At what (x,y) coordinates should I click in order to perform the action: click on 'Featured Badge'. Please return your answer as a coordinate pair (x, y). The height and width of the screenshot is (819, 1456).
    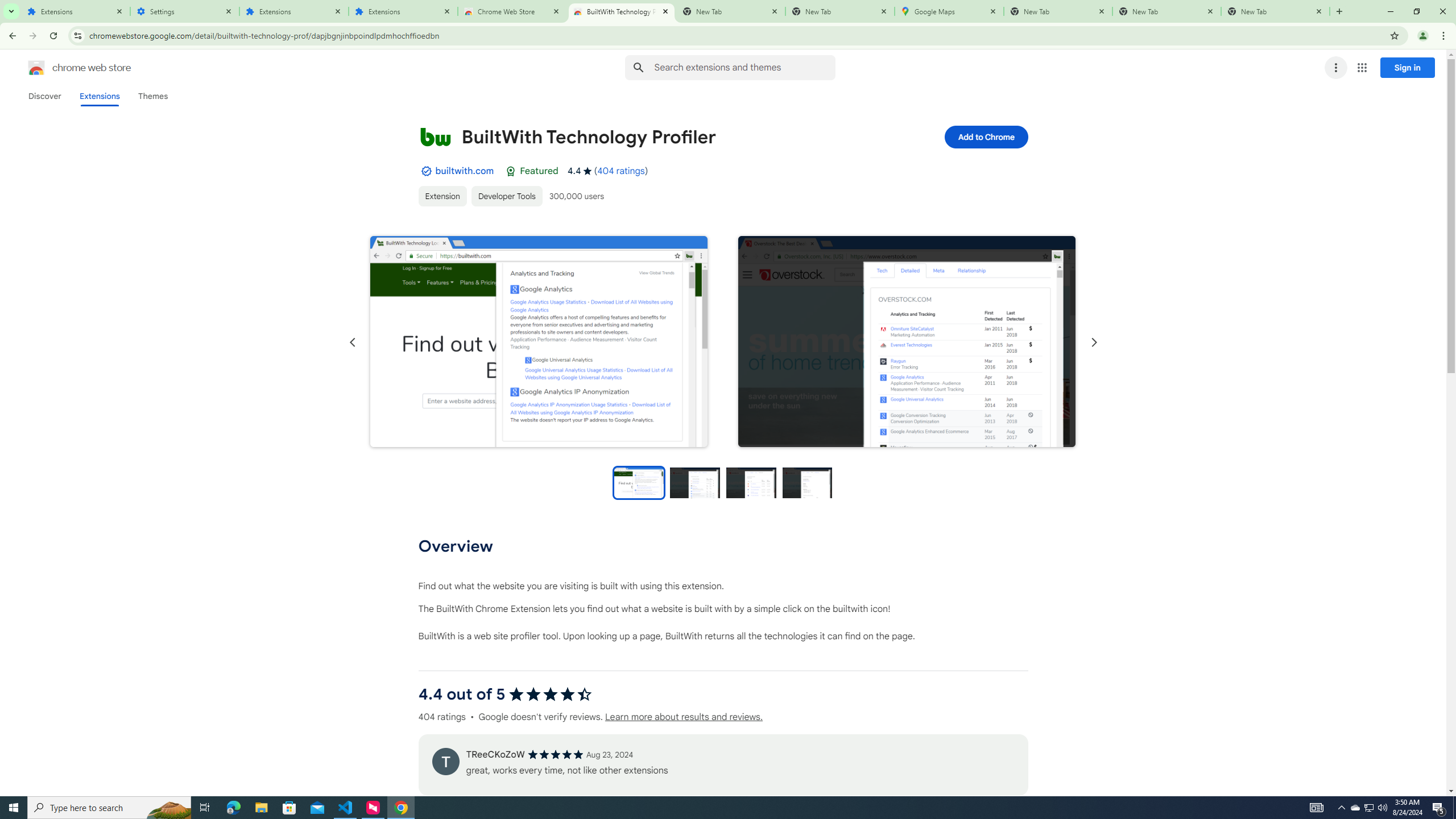
    Looking at the image, I should click on (510, 170).